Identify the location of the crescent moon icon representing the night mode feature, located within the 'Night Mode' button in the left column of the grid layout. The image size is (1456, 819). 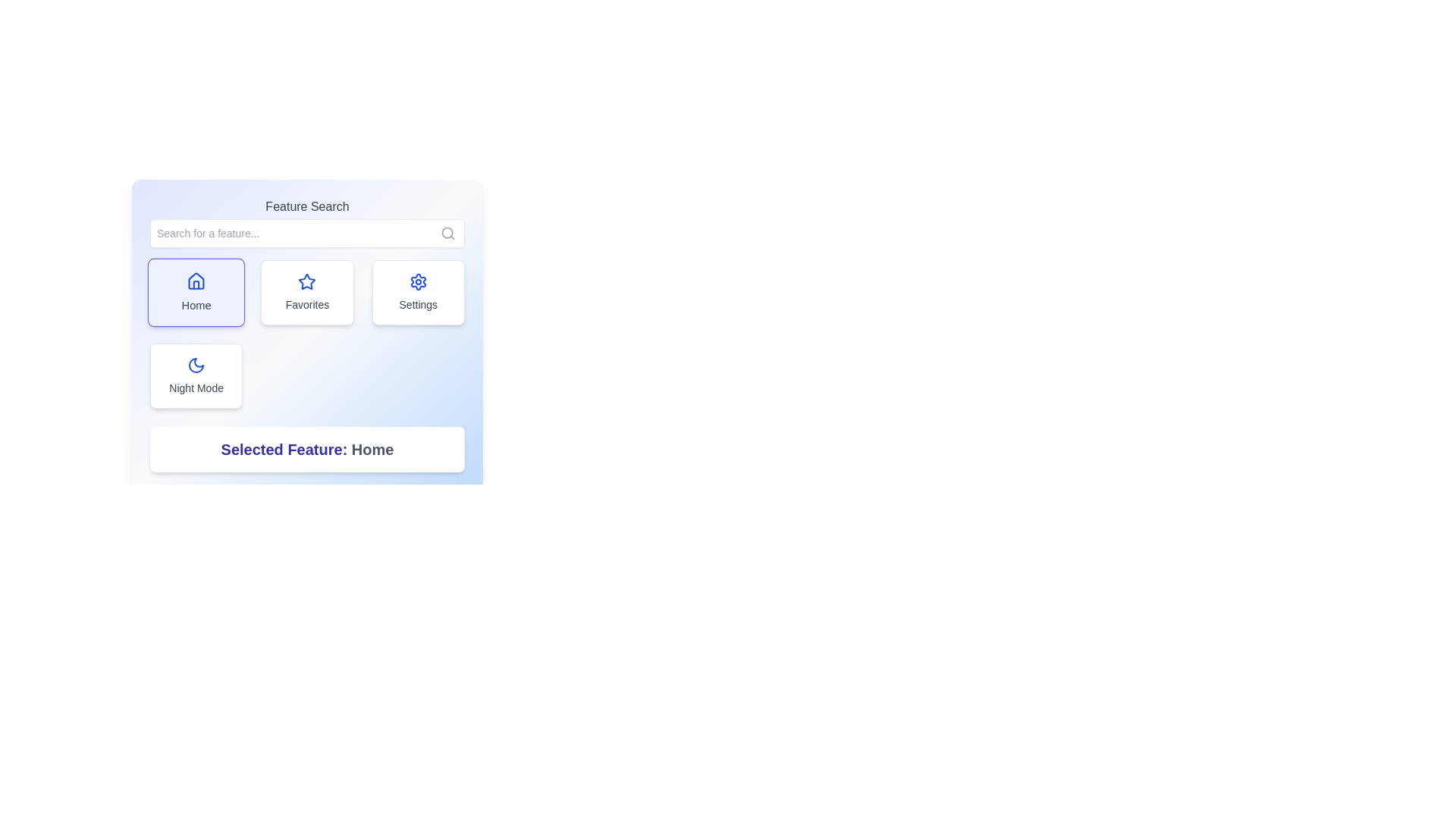
(196, 366).